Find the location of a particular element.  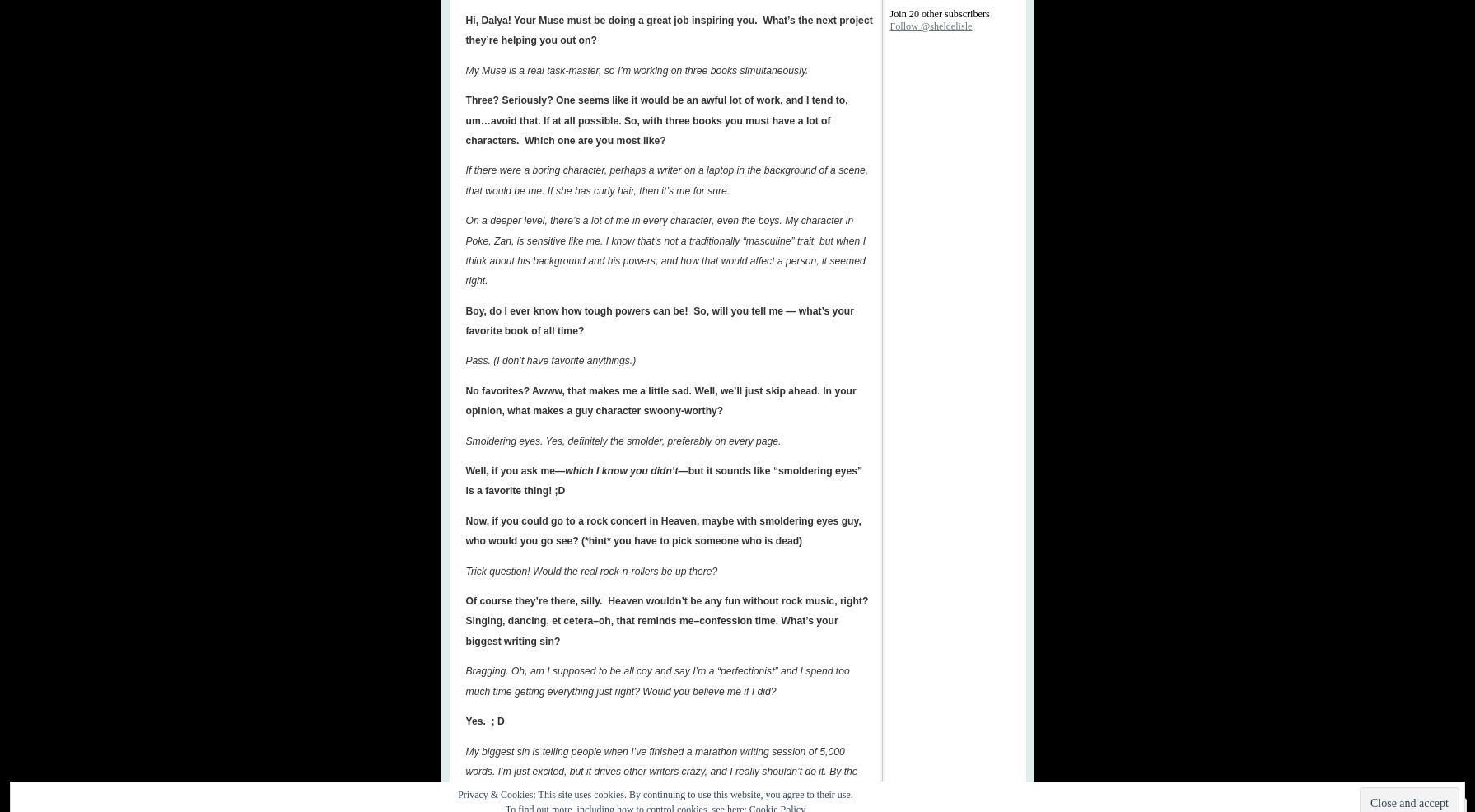

'Bragging. Oh, am I supposed to be all coy and say I’m a “perfectionist” and I spend too much time getting everything just right? Would you believe me if I did?' is located at coordinates (465, 679).